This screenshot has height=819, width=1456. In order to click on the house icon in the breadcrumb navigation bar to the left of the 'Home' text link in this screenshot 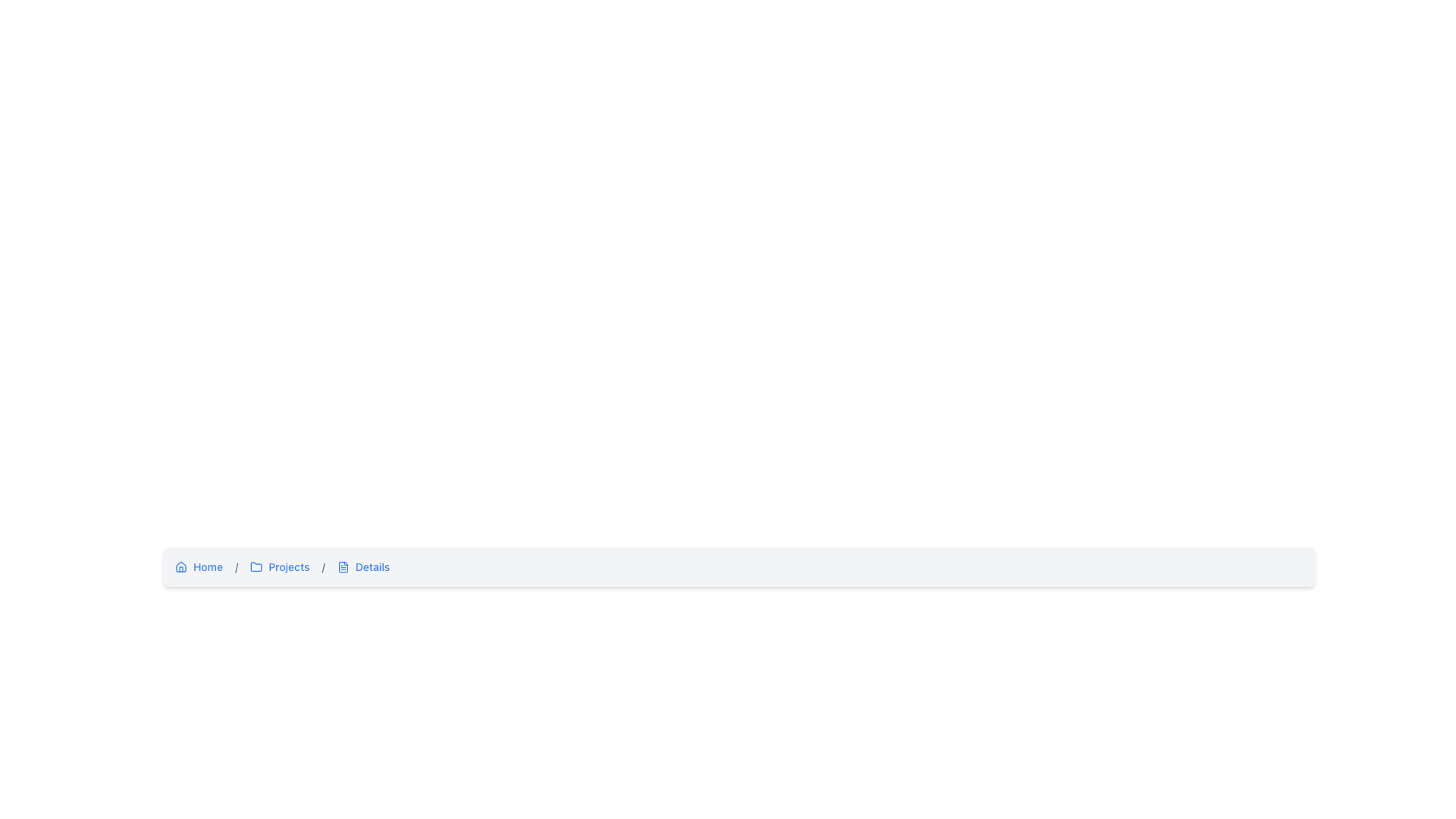, I will do `click(181, 567)`.